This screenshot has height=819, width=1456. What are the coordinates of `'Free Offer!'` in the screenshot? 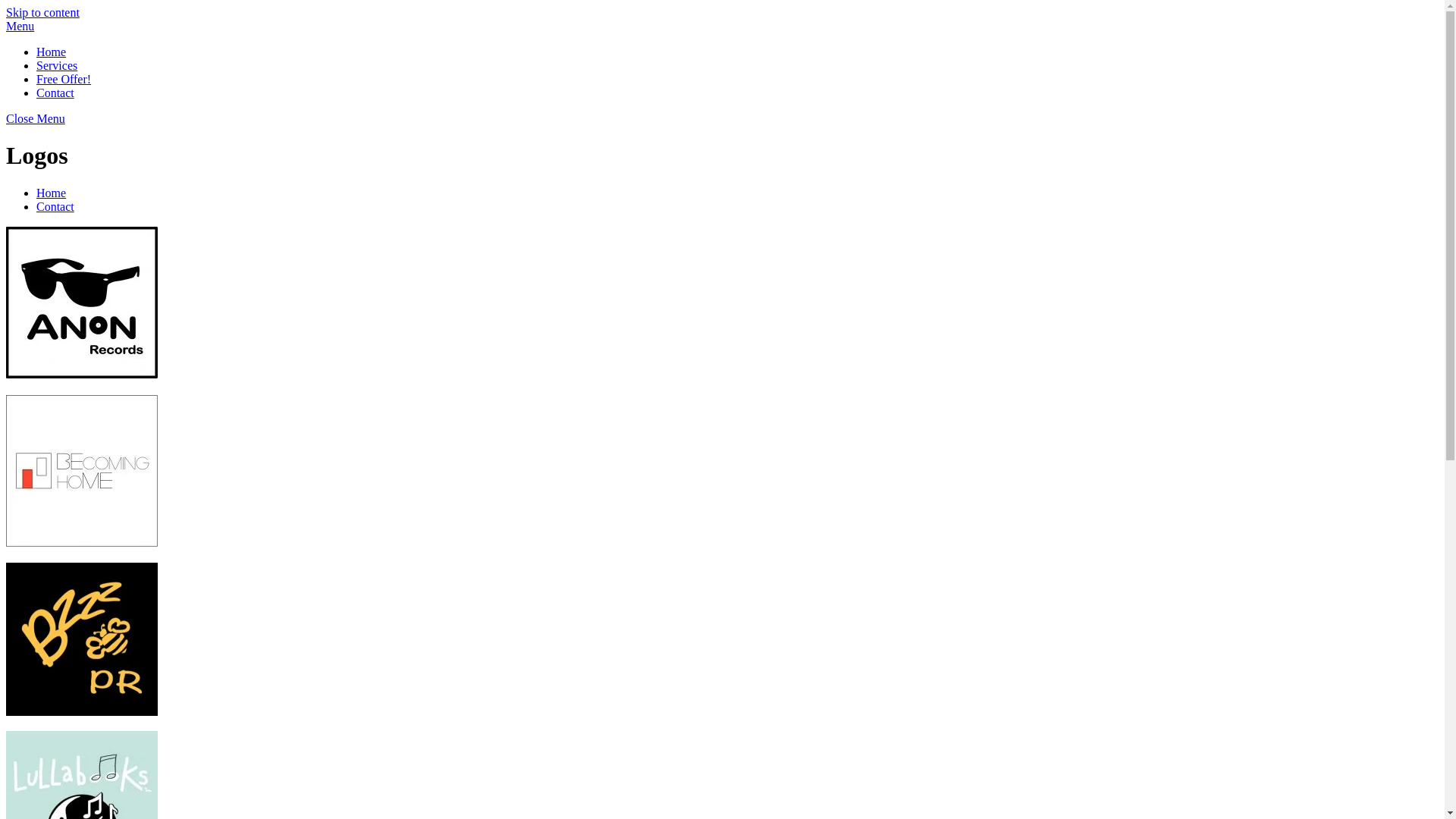 It's located at (62, 79).